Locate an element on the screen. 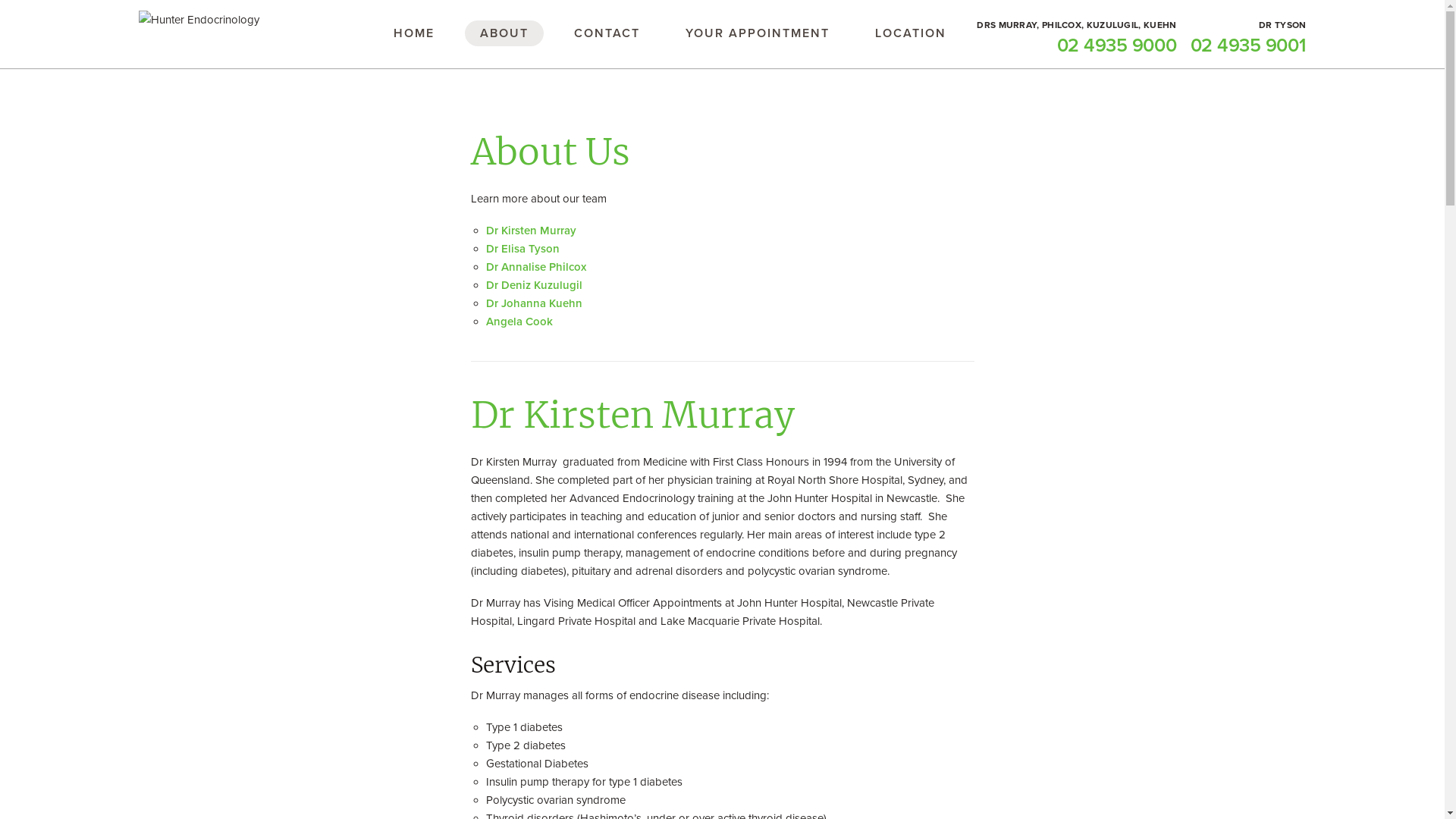 This screenshot has height=819, width=1456. 'DR TYSON is located at coordinates (1248, 37).